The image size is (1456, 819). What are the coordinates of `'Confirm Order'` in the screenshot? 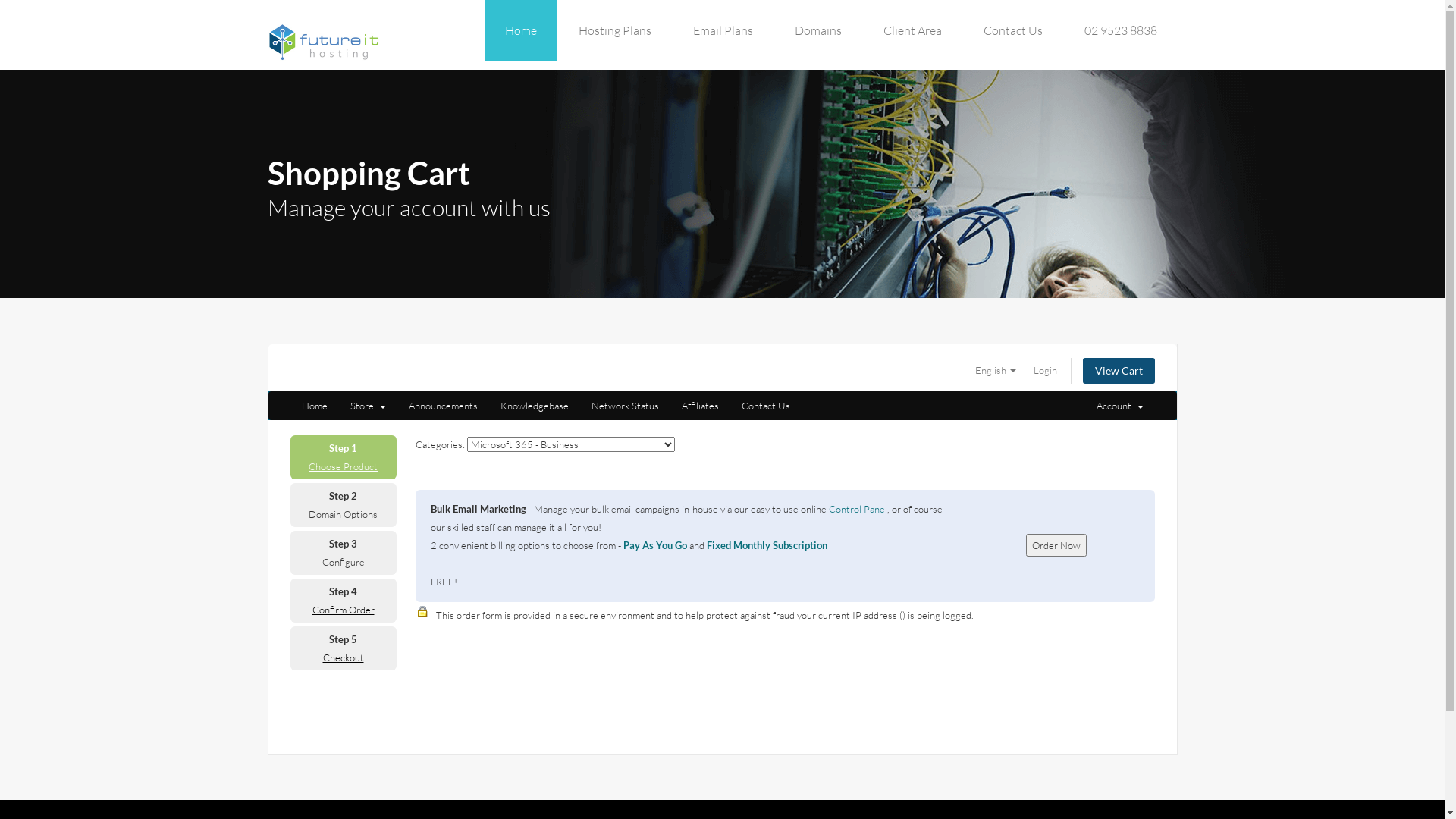 It's located at (342, 608).